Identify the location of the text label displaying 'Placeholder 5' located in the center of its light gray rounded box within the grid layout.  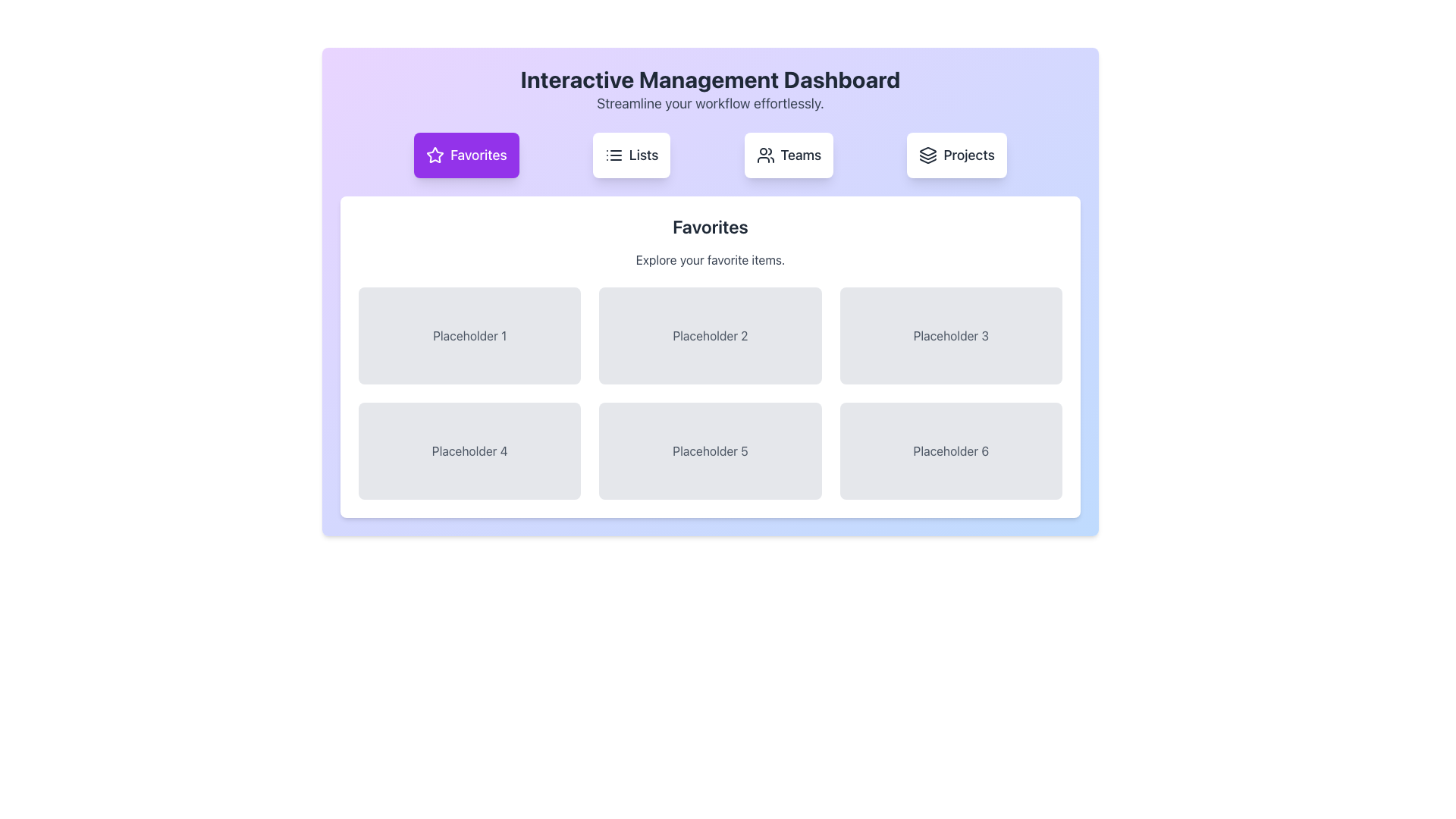
(709, 450).